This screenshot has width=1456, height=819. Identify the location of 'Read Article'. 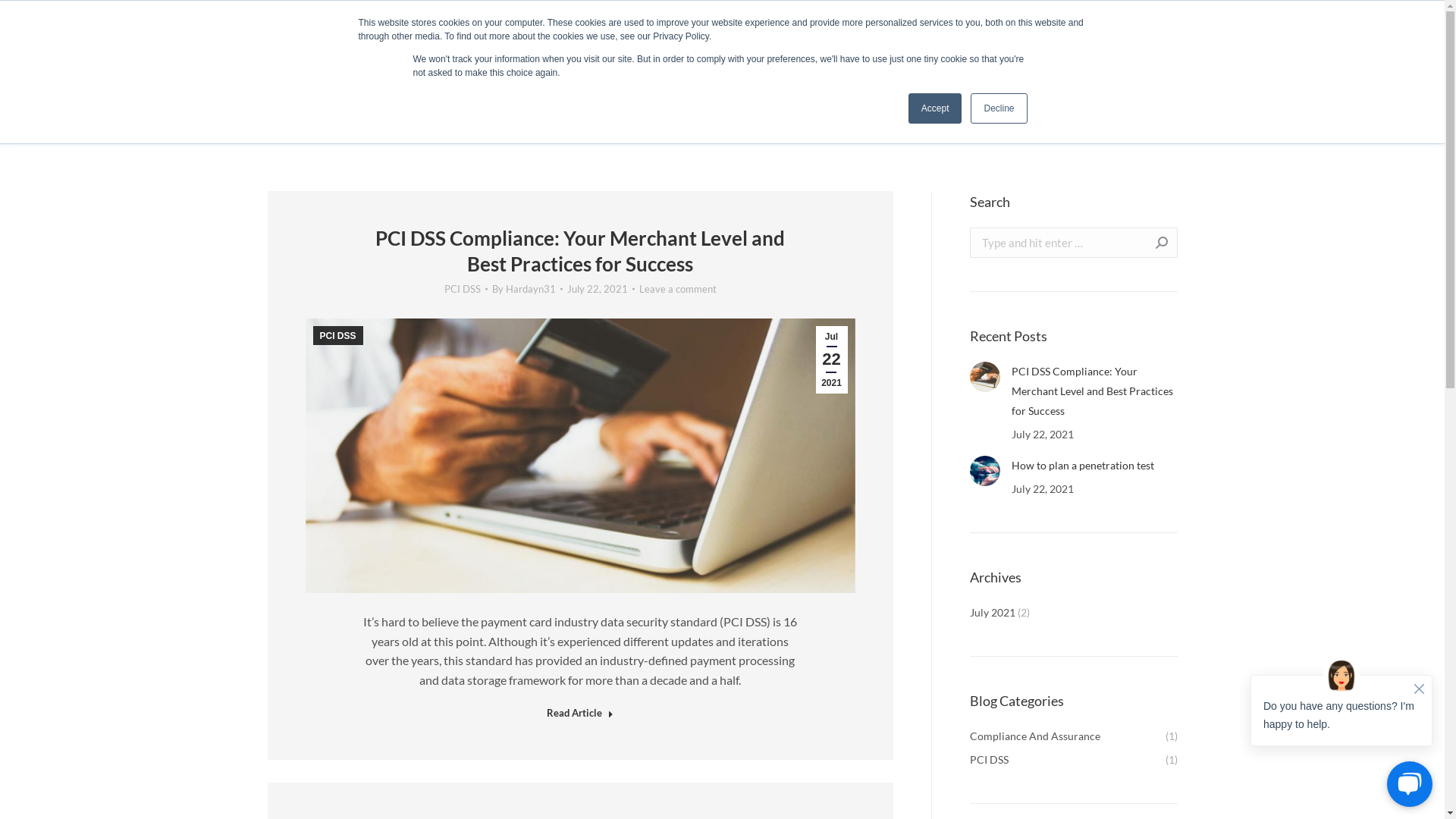
(579, 716).